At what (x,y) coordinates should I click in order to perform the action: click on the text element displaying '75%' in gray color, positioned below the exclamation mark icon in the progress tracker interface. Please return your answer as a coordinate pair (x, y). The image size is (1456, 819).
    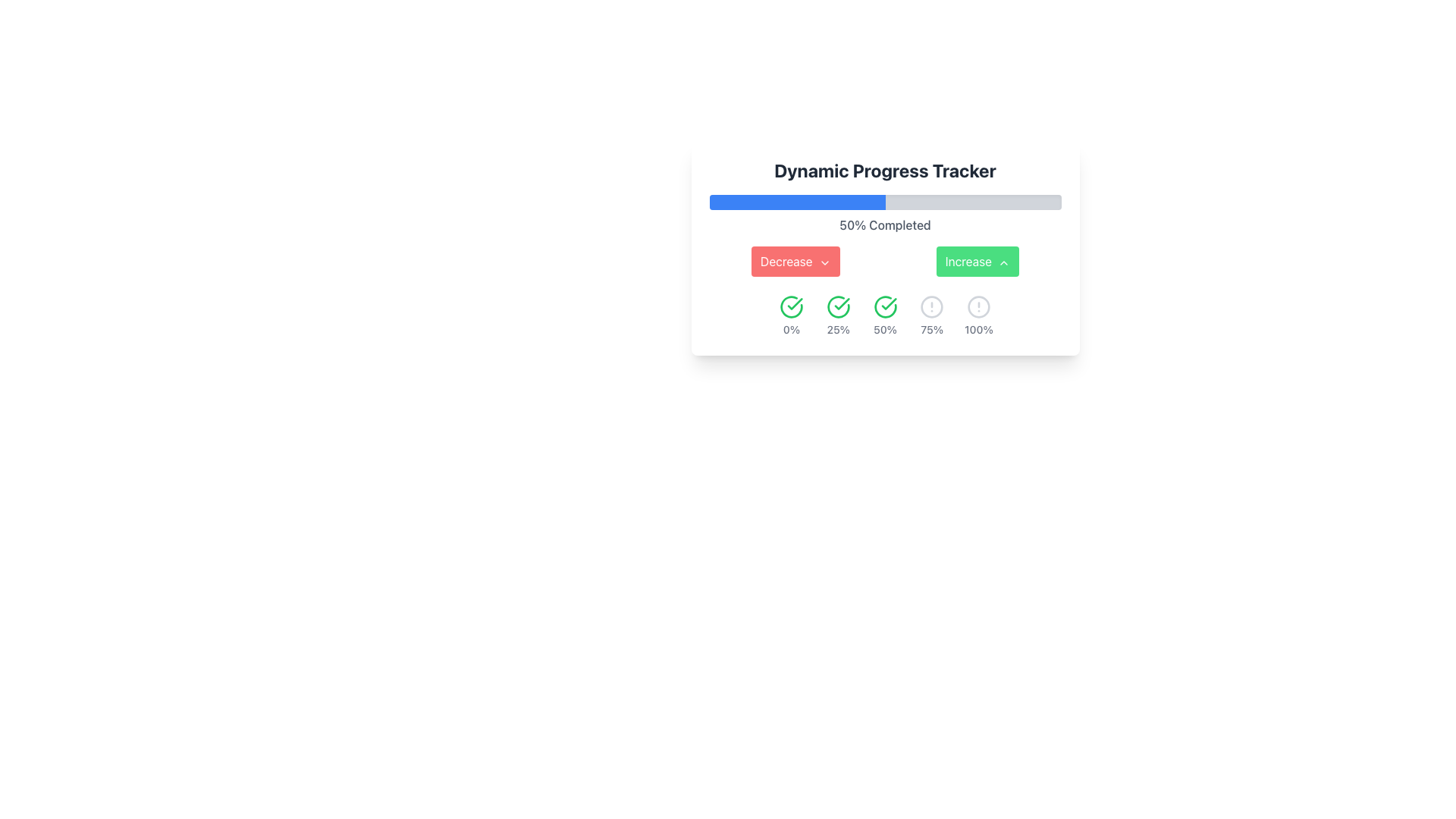
    Looking at the image, I should click on (931, 329).